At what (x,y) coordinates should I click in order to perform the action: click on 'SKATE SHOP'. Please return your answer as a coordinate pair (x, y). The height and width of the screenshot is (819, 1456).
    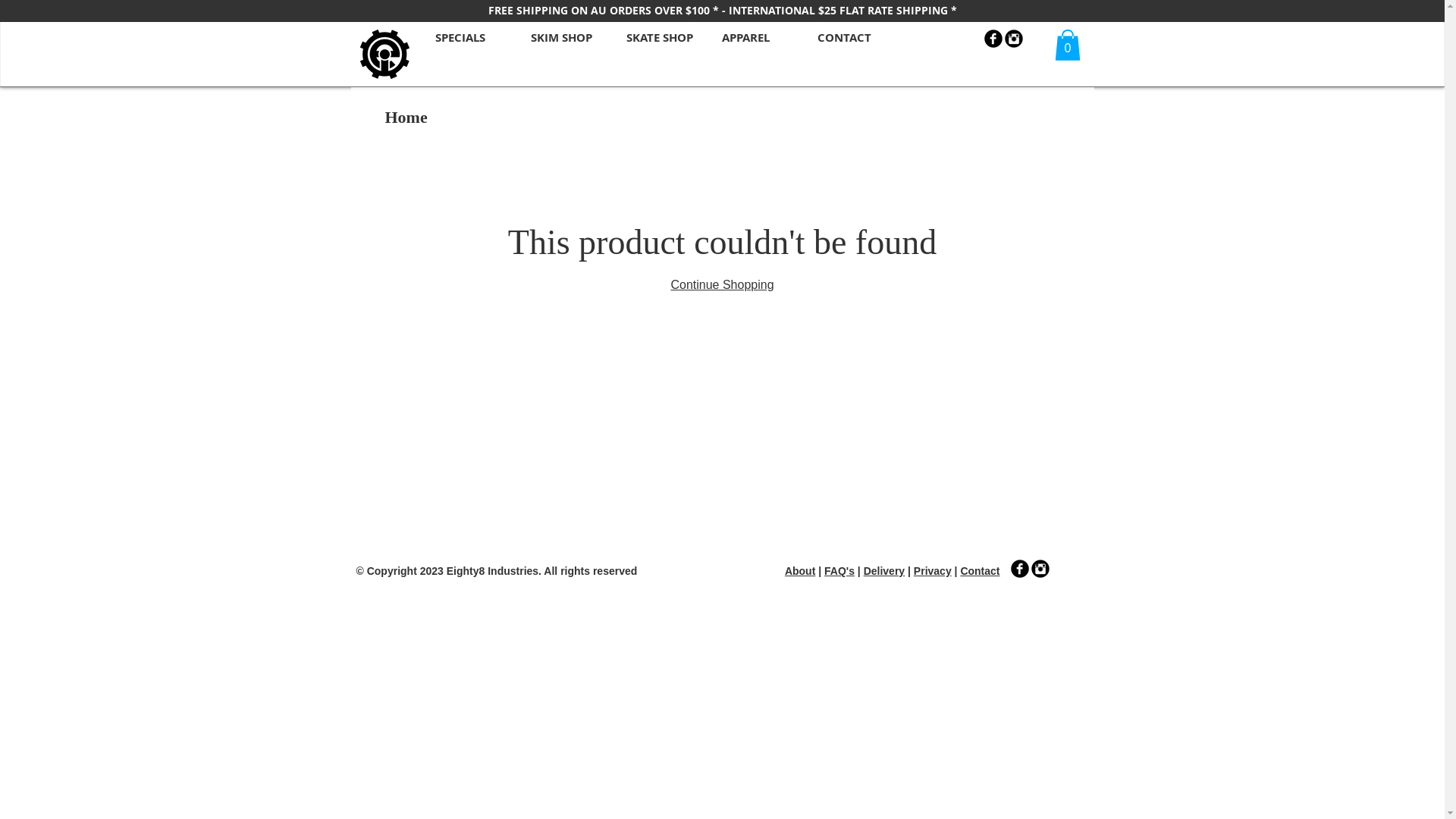
    Looking at the image, I should click on (611, 34).